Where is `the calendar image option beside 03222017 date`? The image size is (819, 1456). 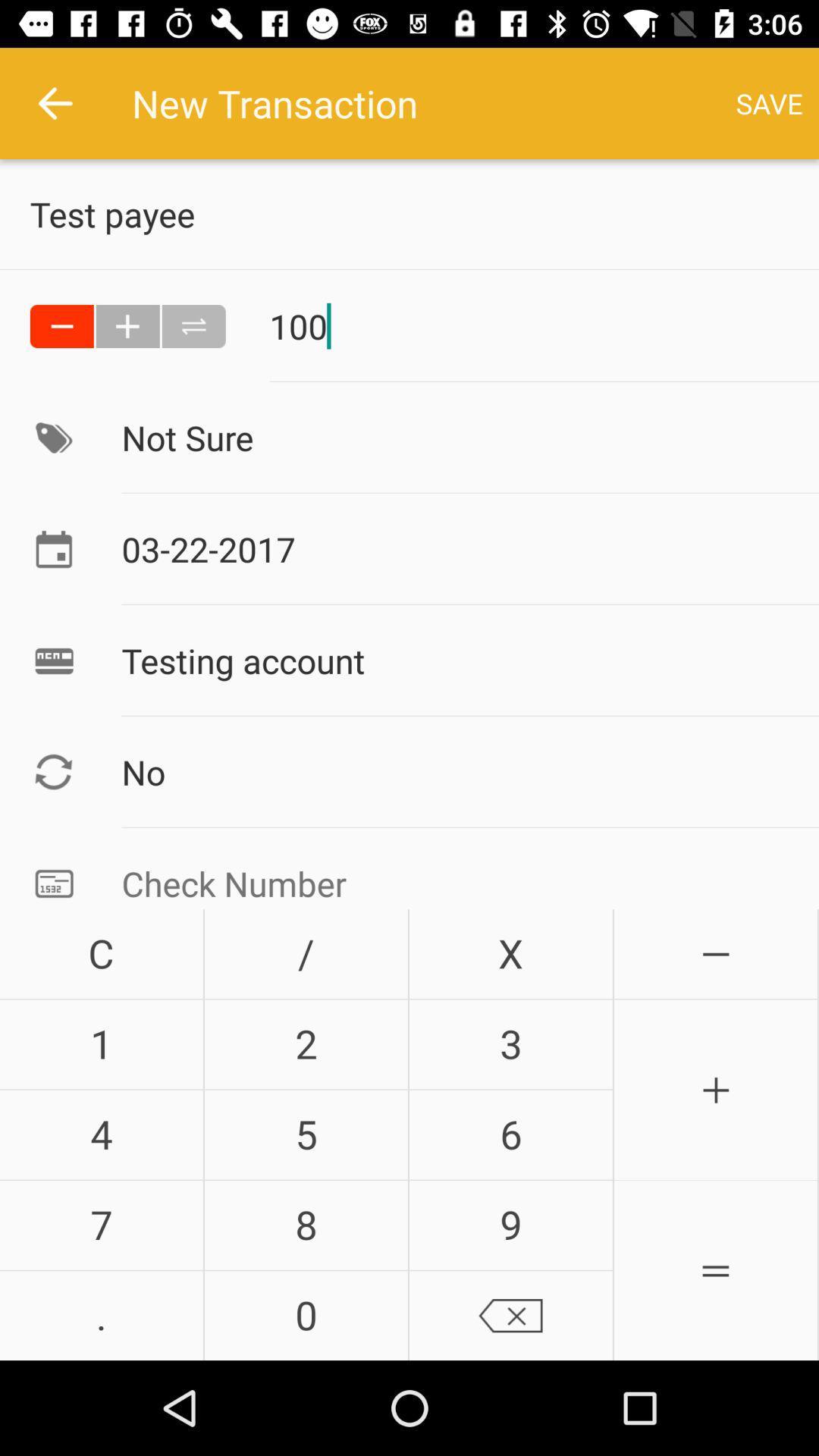 the calendar image option beside 03222017 date is located at coordinates (53, 548).